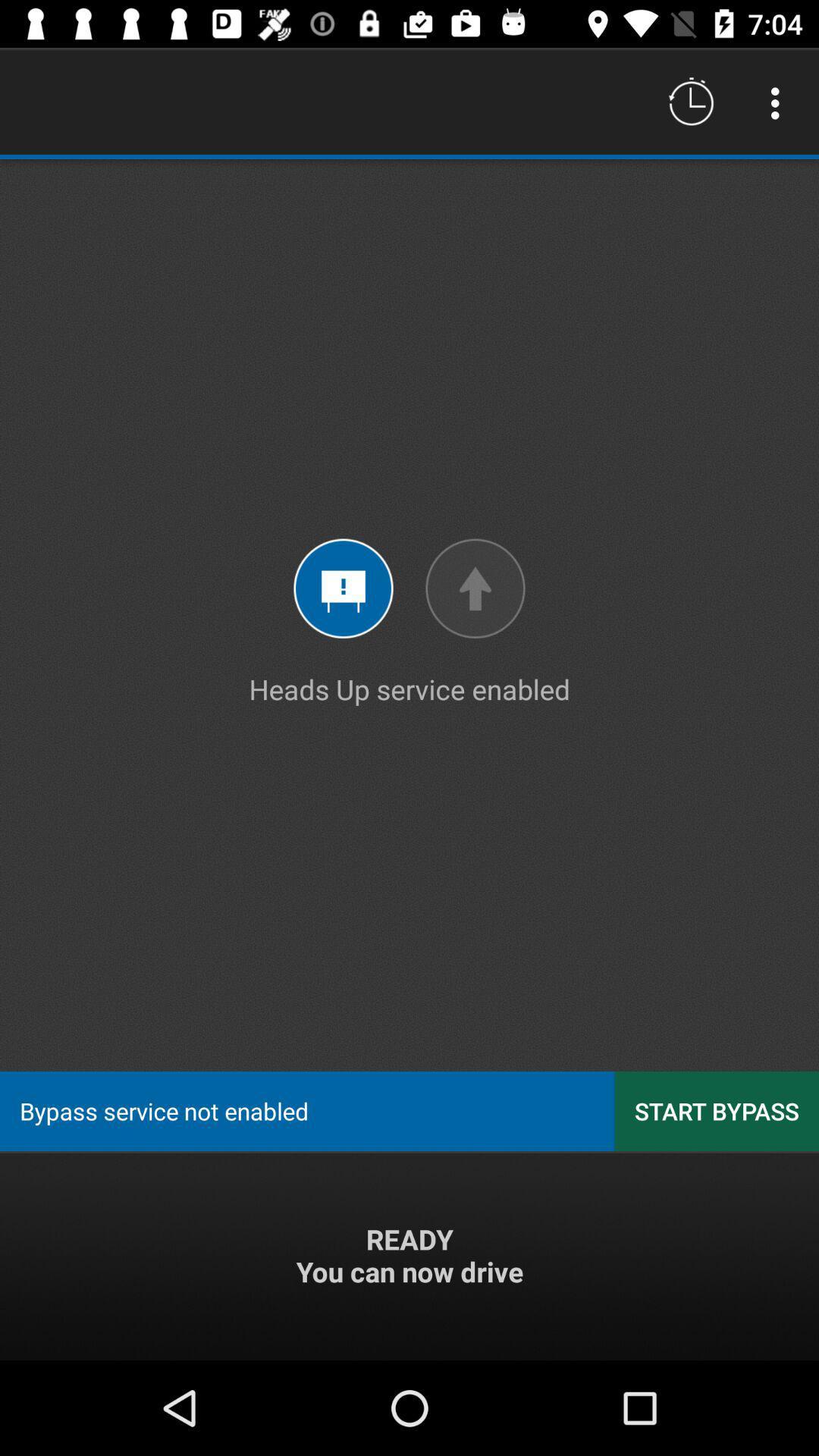  I want to click on the item above the ready you can item, so click(717, 1111).